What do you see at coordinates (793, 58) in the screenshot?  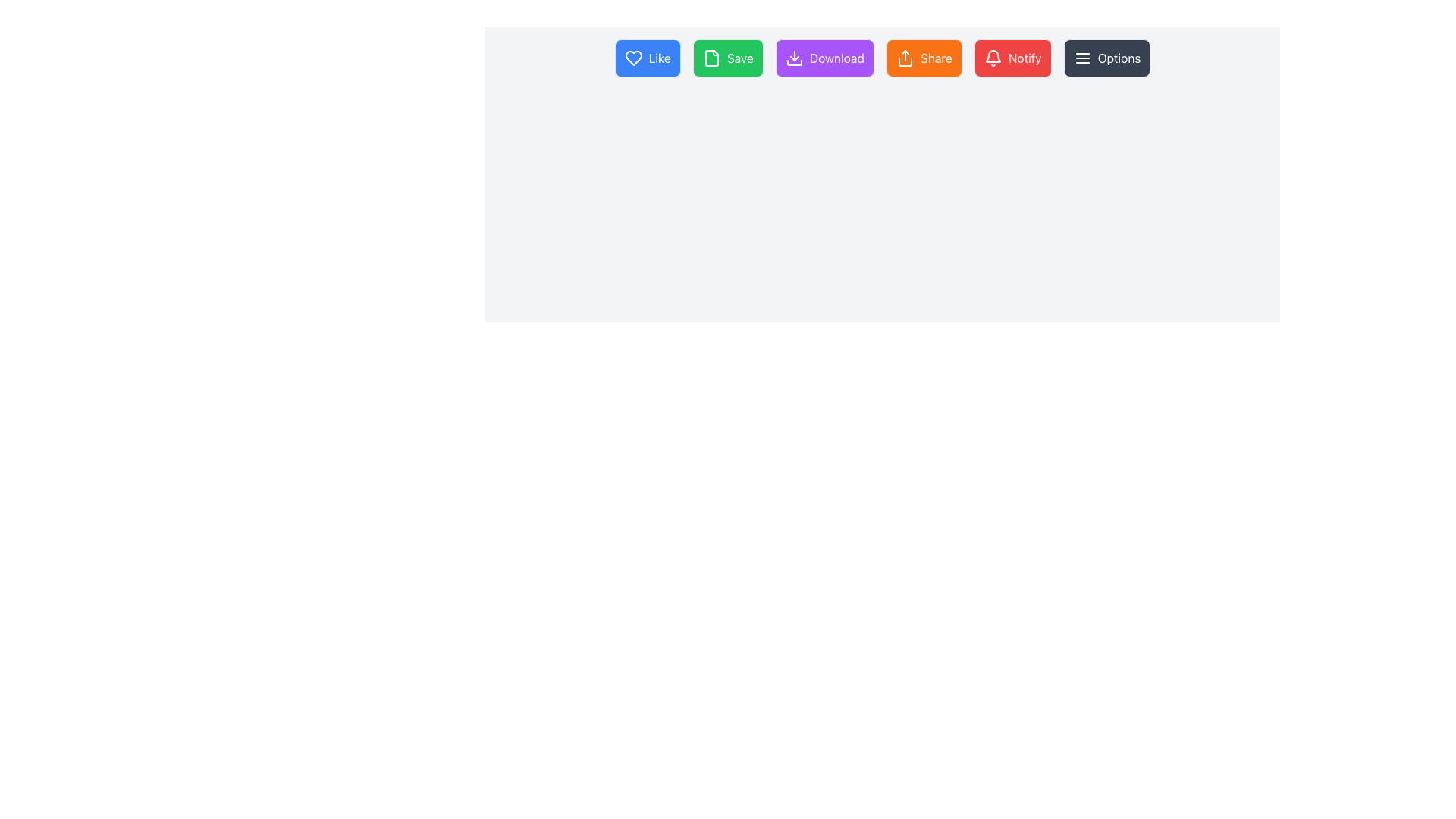 I see `the 'Download' button icon, which features a purple background and white text, indicating the download functionality` at bounding box center [793, 58].